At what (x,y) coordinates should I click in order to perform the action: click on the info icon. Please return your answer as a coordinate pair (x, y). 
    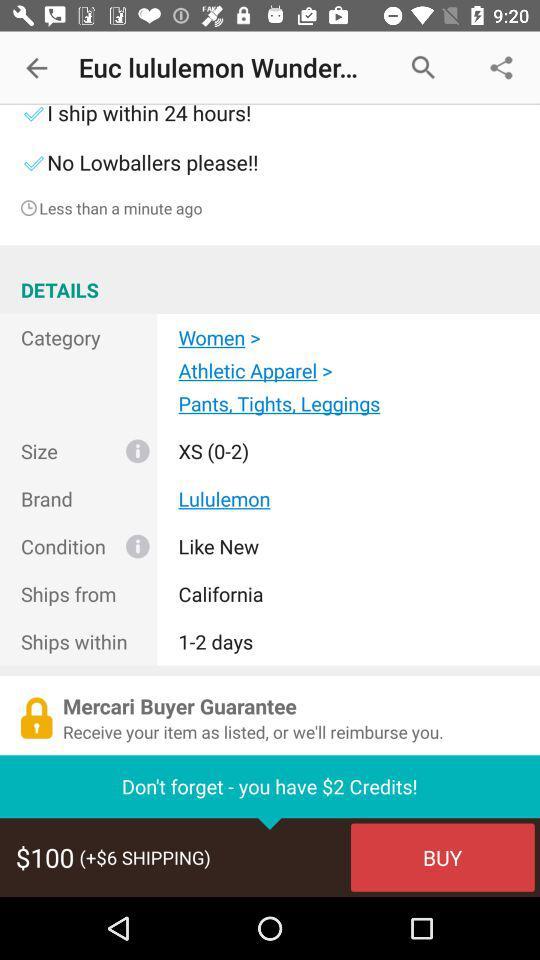
    Looking at the image, I should click on (136, 546).